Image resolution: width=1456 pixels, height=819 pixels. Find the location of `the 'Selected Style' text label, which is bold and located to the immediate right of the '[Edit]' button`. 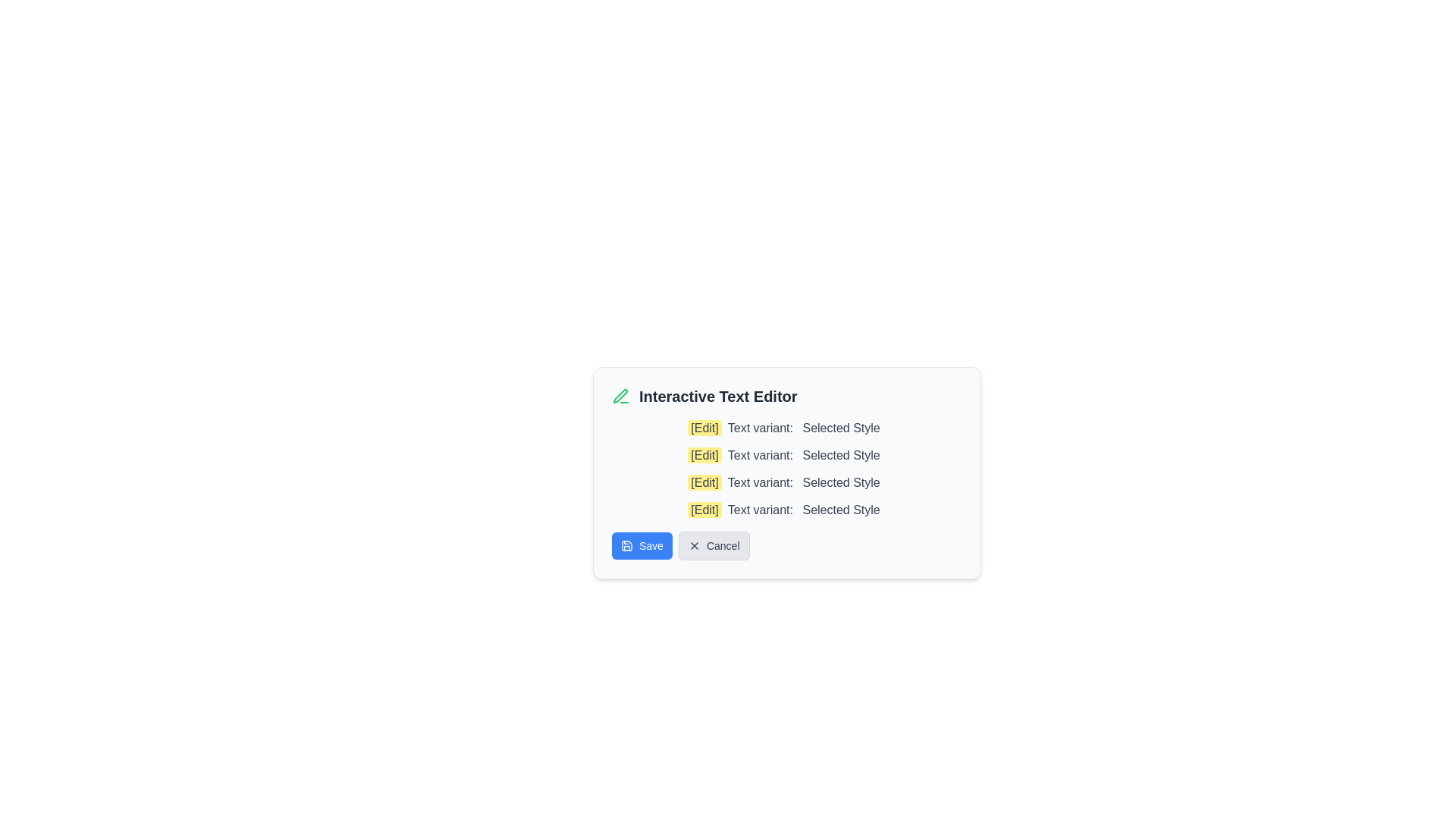

the 'Selected Style' text label, which is bold and located to the immediate right of the '[Edit]' button is located at coordinates (840, 510).